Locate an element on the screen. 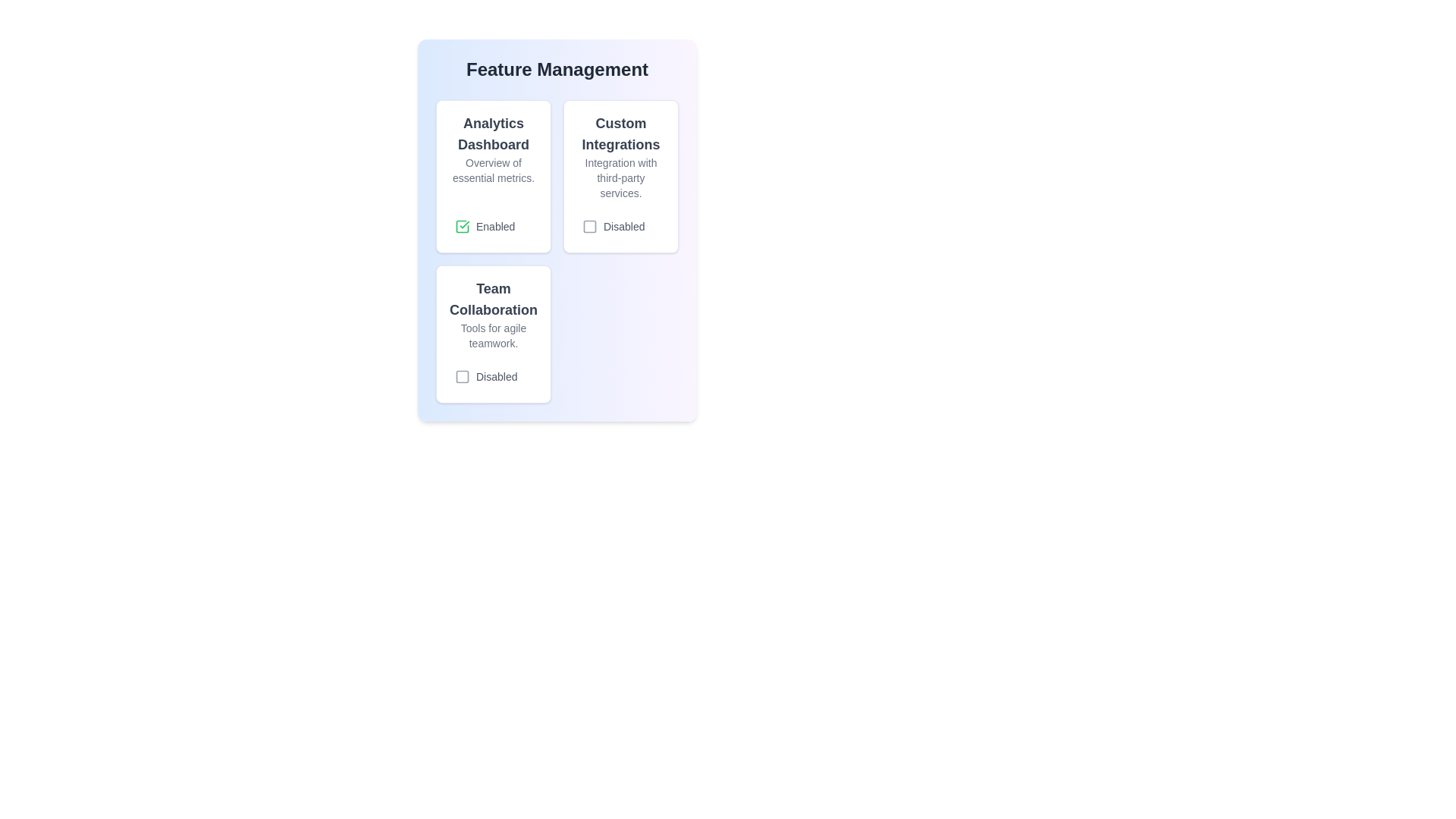 This screenshot has height=819, width=1456. the header text label indicating 'Custom Integrations' located at the top of the second card in the 'Feature Management' section is located at coordinates (621, 133).